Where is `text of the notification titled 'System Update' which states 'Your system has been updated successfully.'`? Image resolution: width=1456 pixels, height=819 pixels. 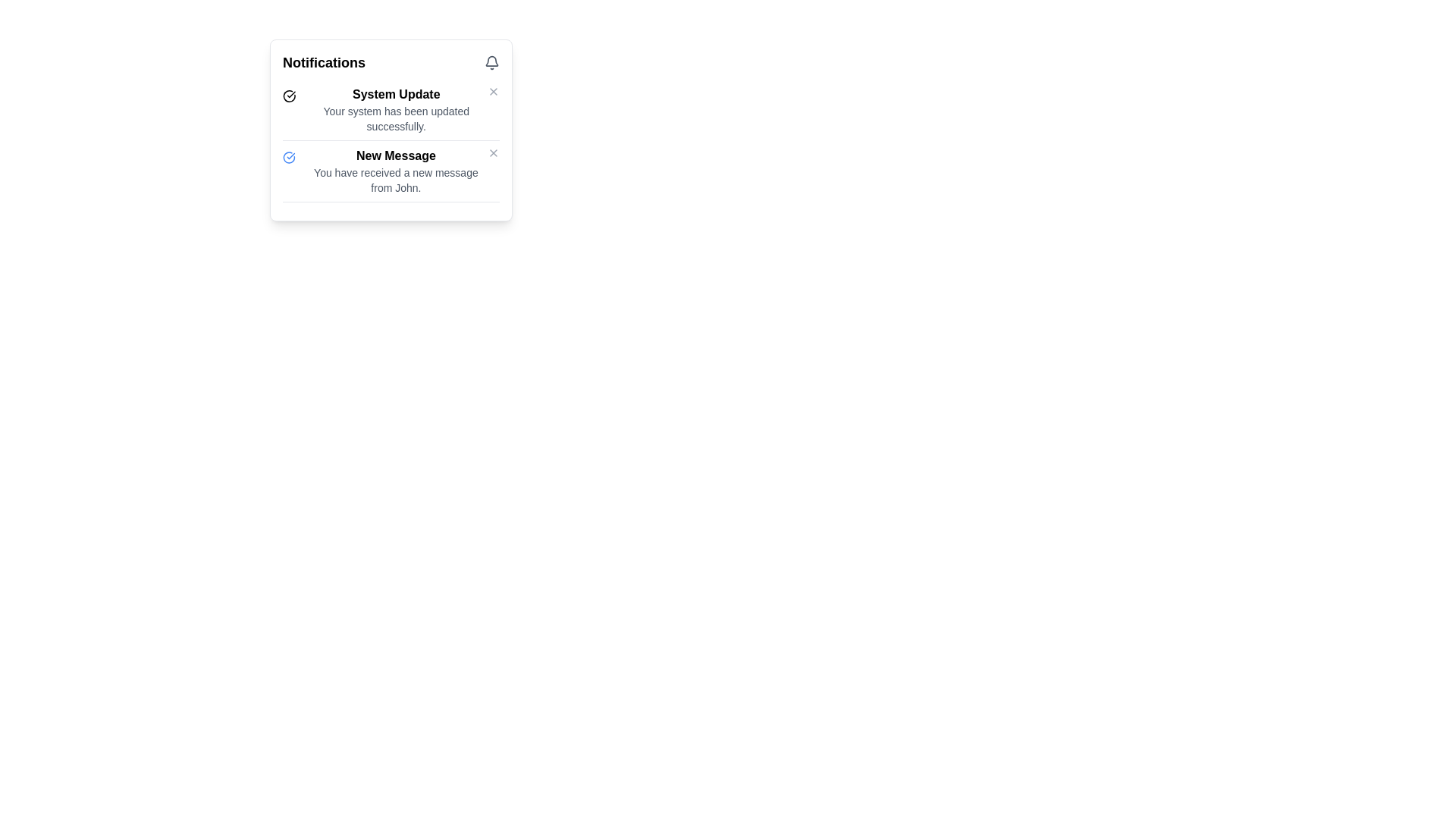
text of the notification titled 'System Update' which states 'Your system has been updated successfully.' is located at coordinates (391, 112).